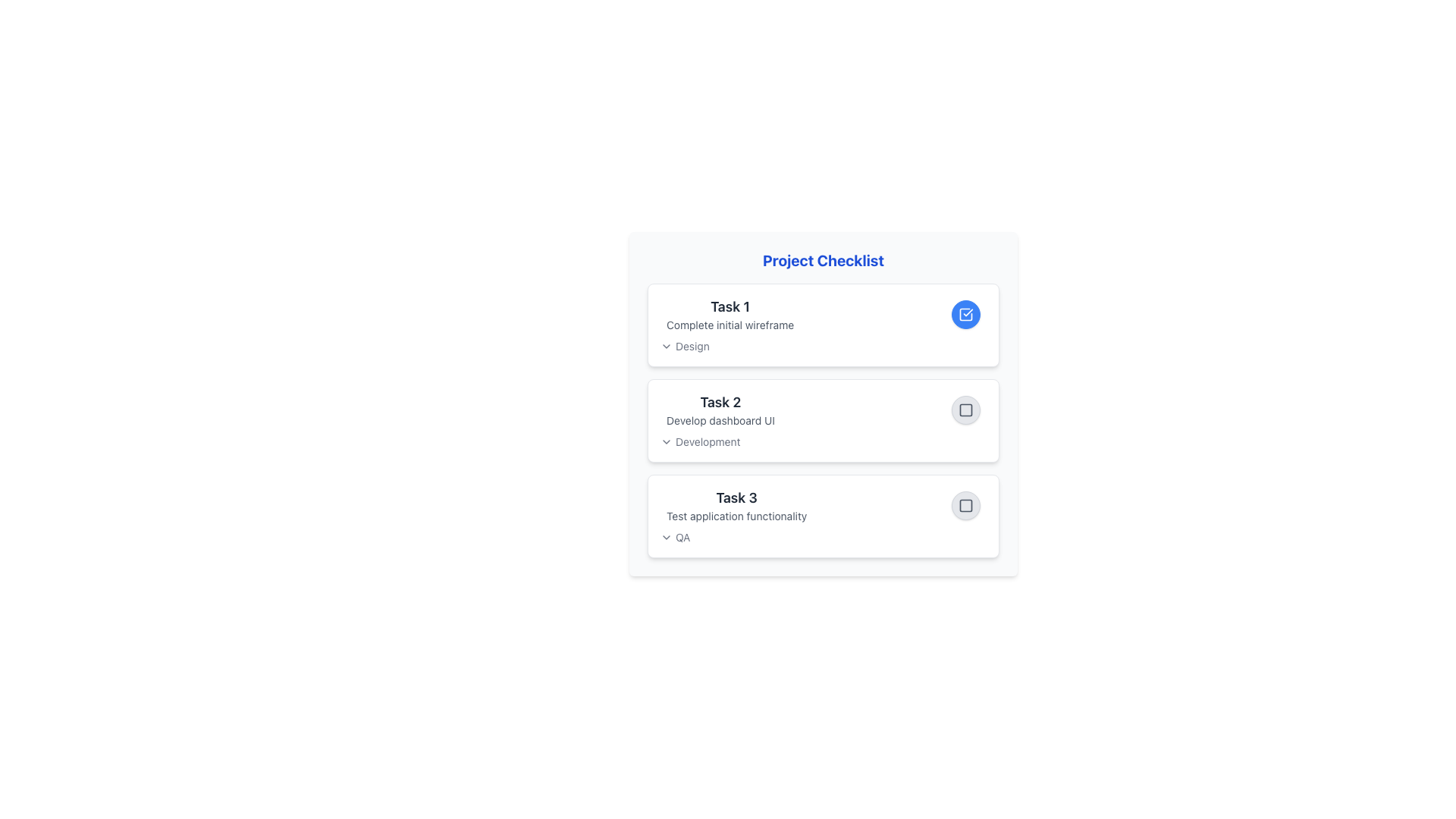 The image size is (1456, 819). What do you see at coordinates (730, 324) in the screenshot?
I see `the static text element that provides details for 'Task 1' in the checklist interface` at bounding box center [730, 324].